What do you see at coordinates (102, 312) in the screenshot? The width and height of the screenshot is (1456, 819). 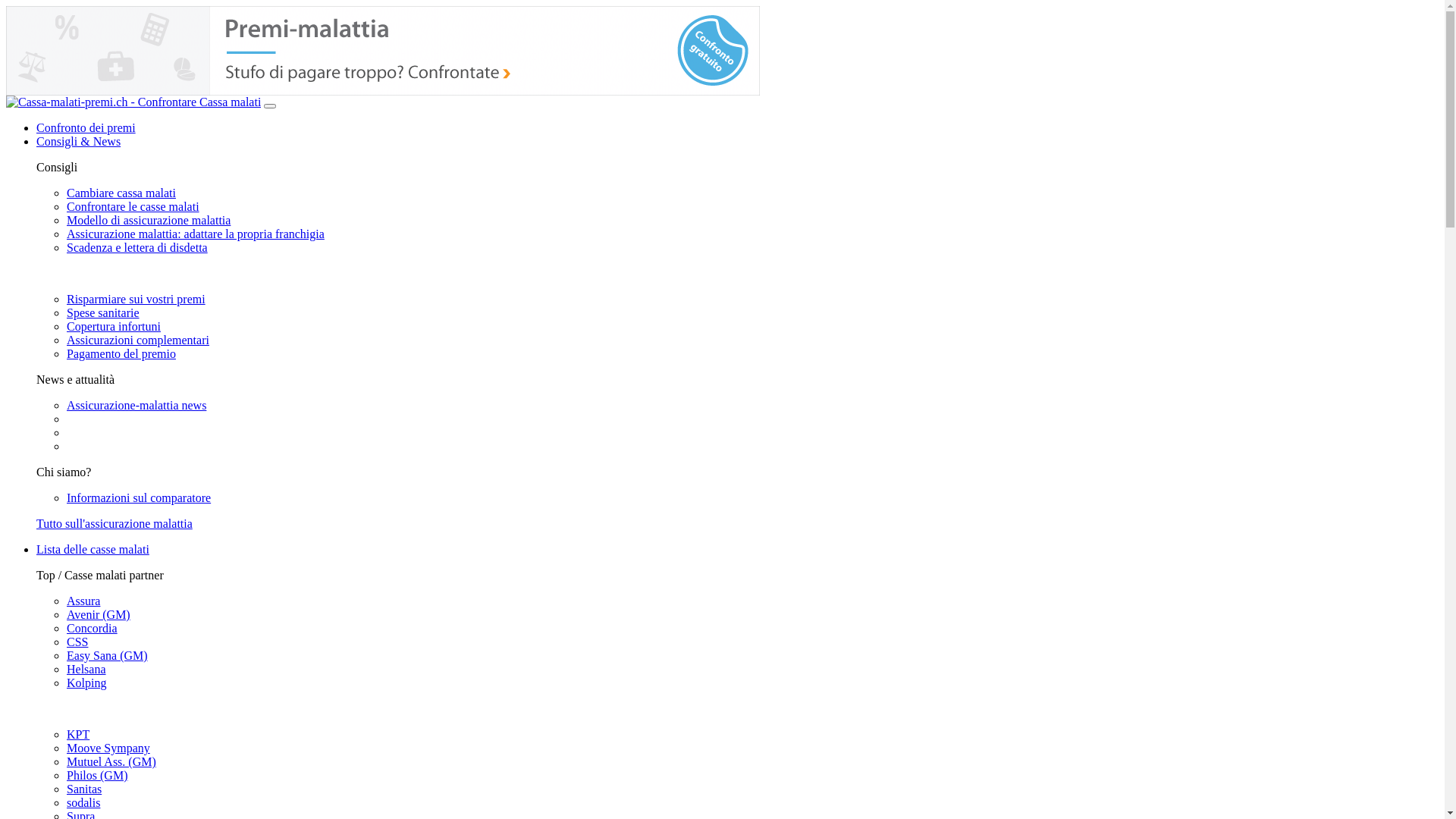 I see `'Spese sanitarie'` at bounding box center [102, 312].